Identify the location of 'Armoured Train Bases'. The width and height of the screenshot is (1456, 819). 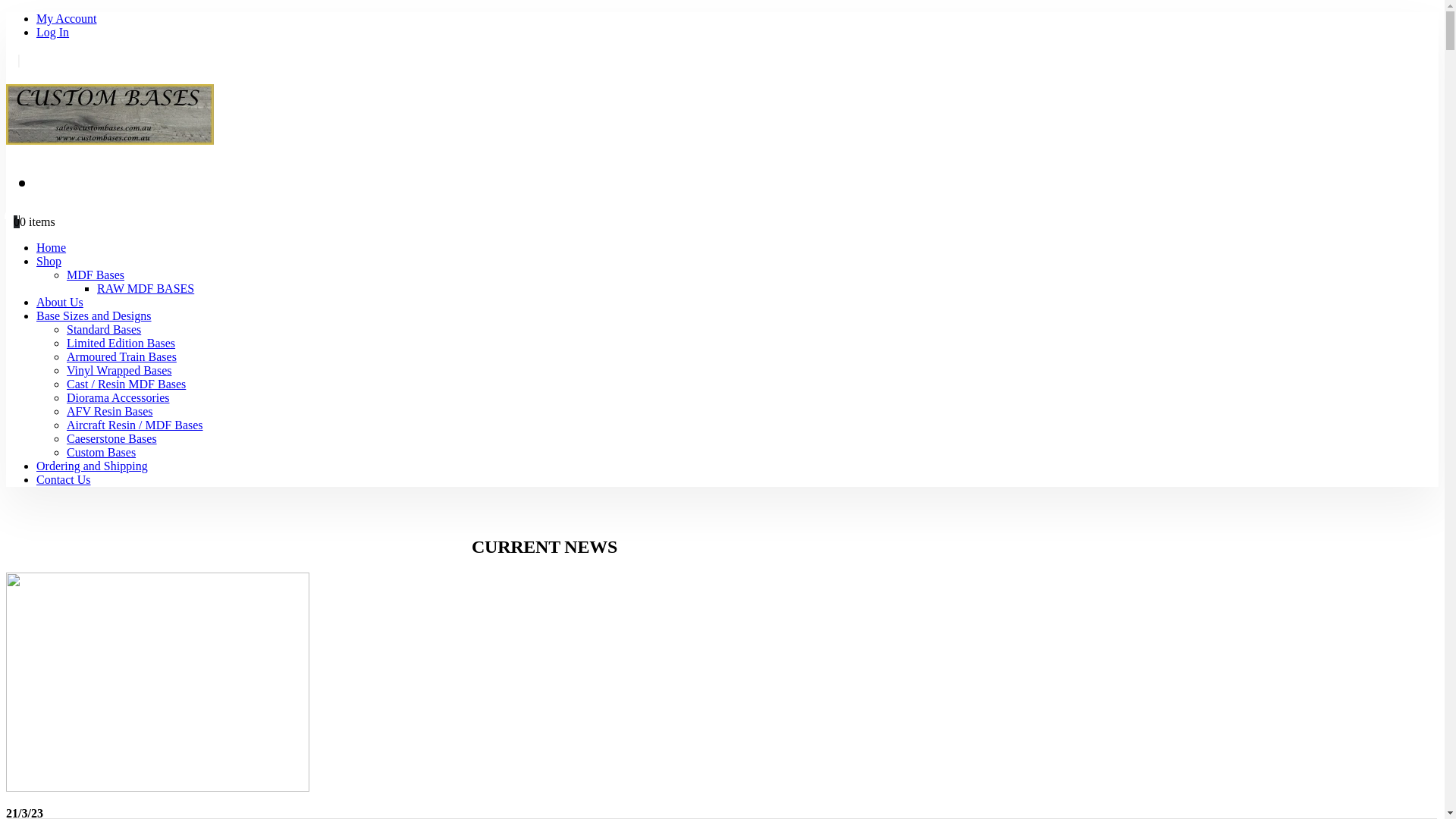
(65, 356).